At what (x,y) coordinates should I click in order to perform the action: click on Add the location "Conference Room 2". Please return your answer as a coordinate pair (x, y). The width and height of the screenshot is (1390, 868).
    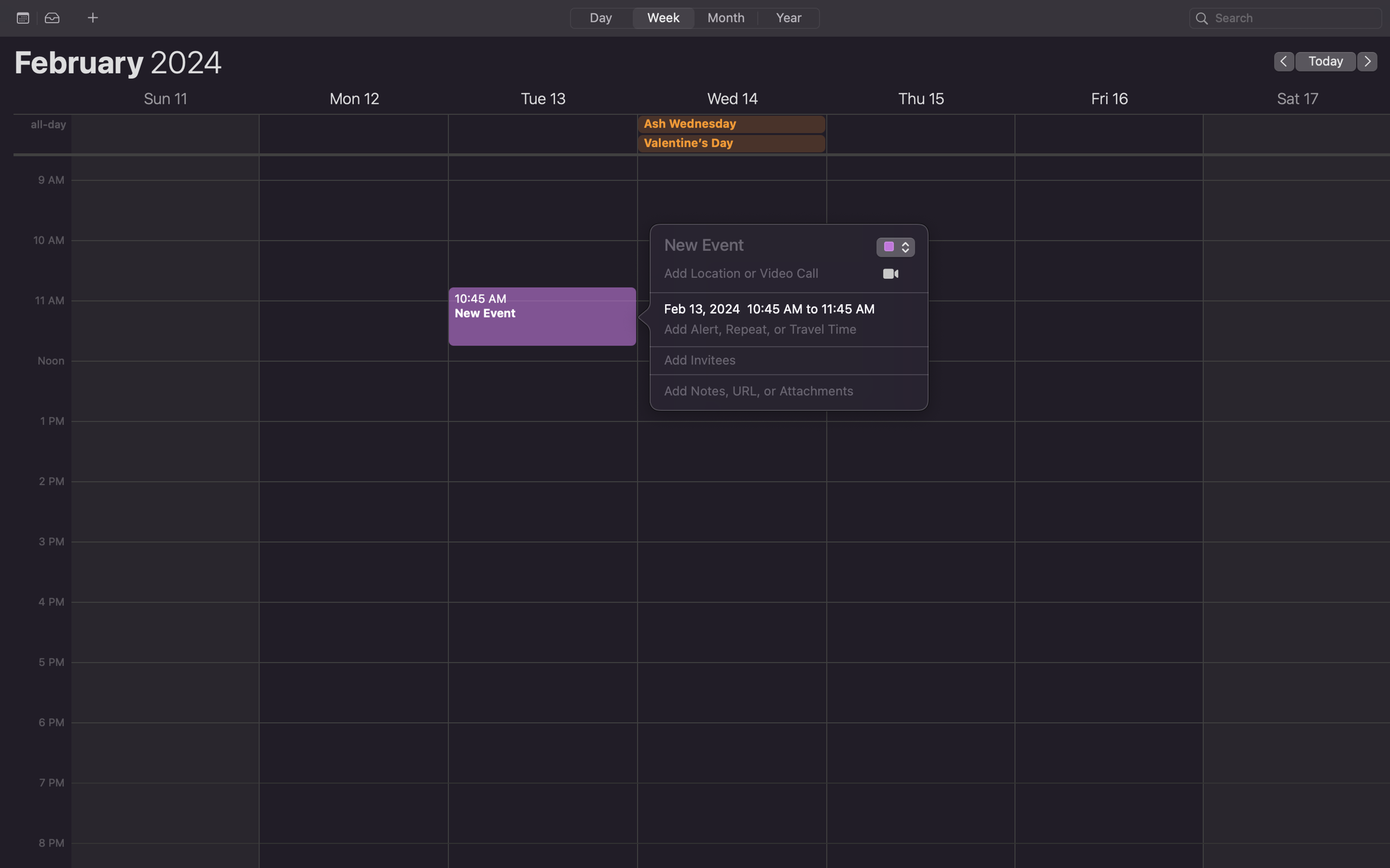
    Looking at the image, I should click on (762, 277).